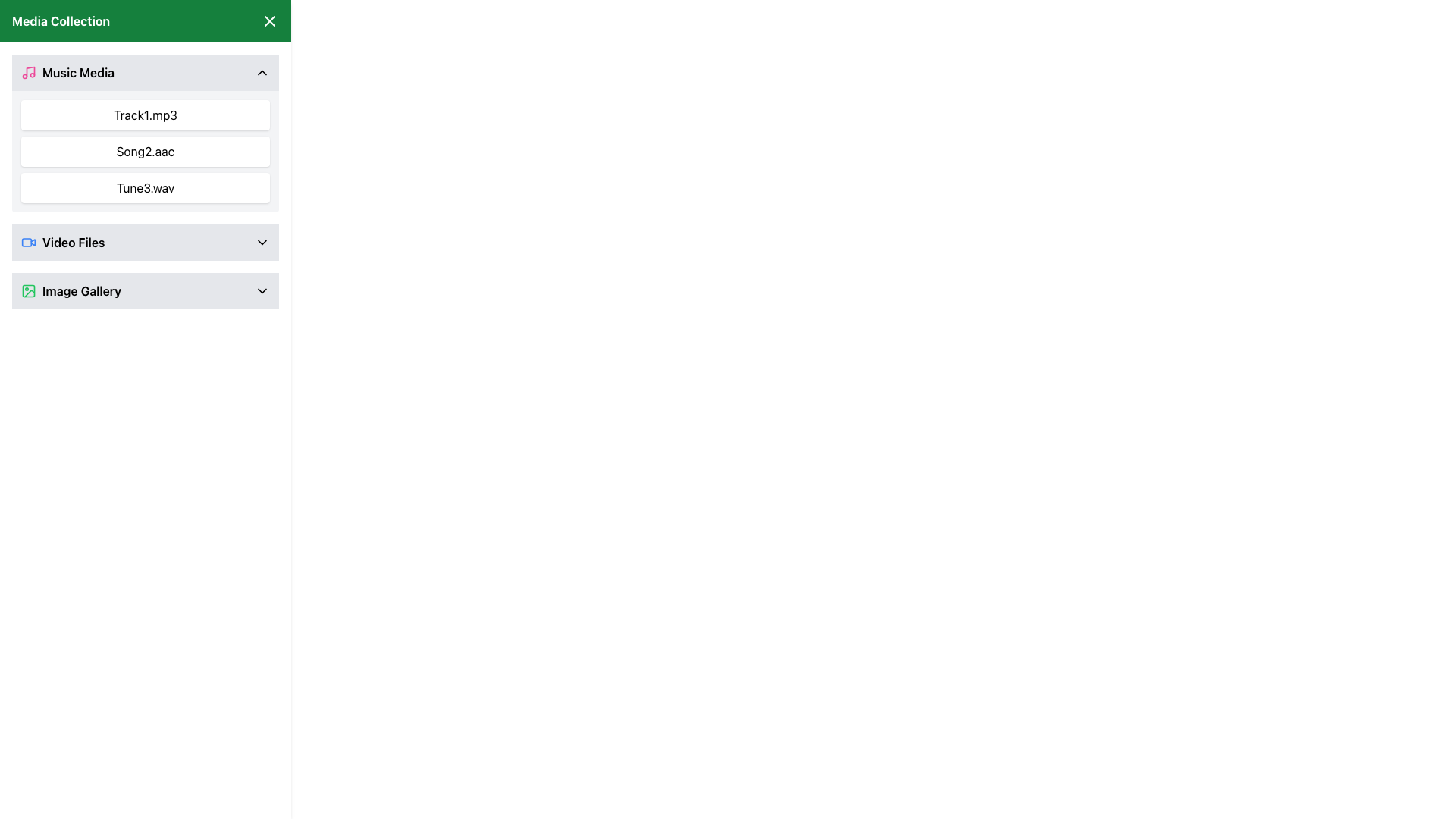 This screenshot has height=819, width=1456. What do you see at coordinates (146, 152) in the screenshot?
I see `the second media file item in the 'Music Media' section of the green sidebar titled 'Media Collection'` at bounding box center [146, 152].